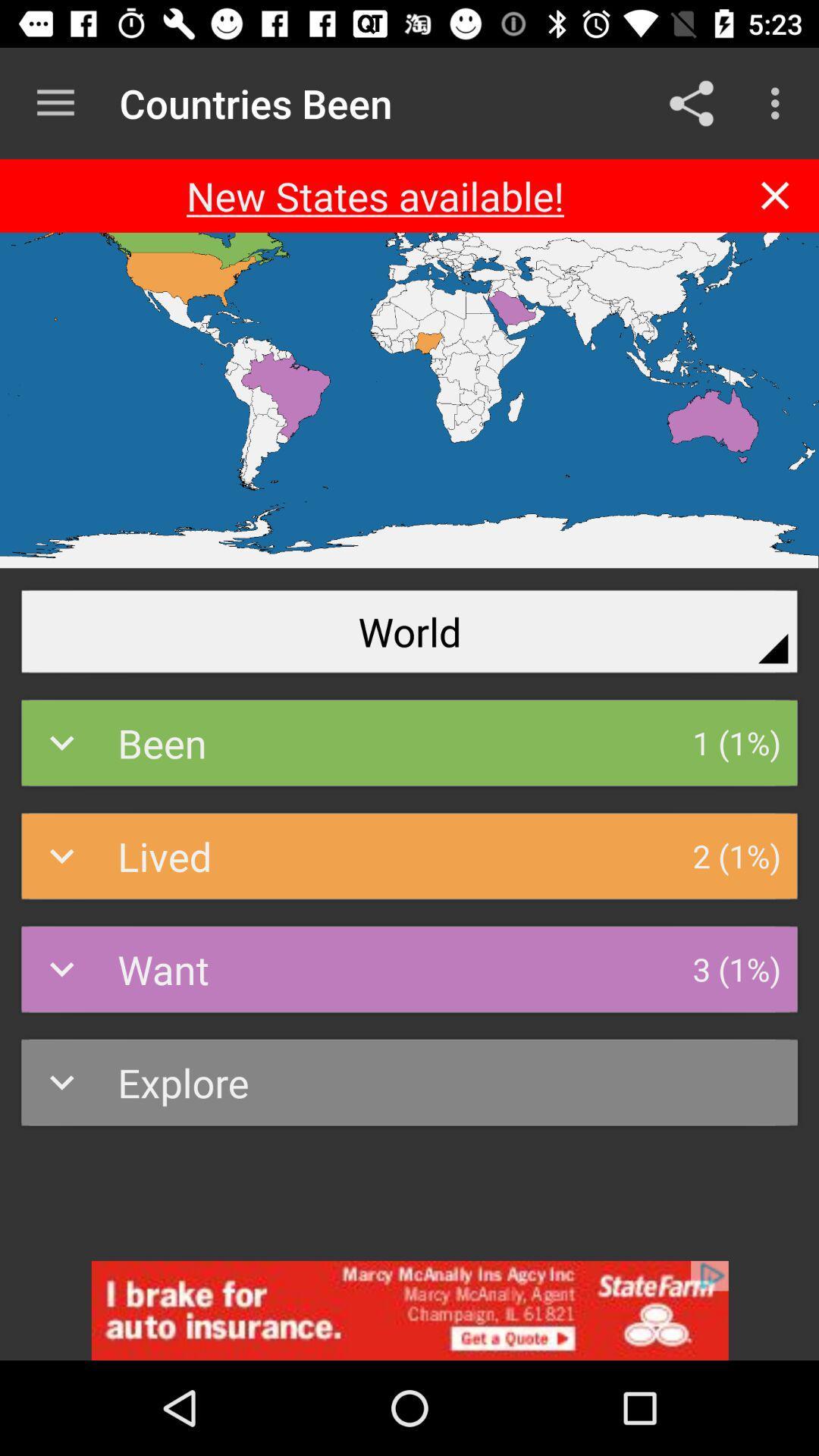 The image size is (819, 1456). I want to click on click on the advertisement, so click(409, 1310).